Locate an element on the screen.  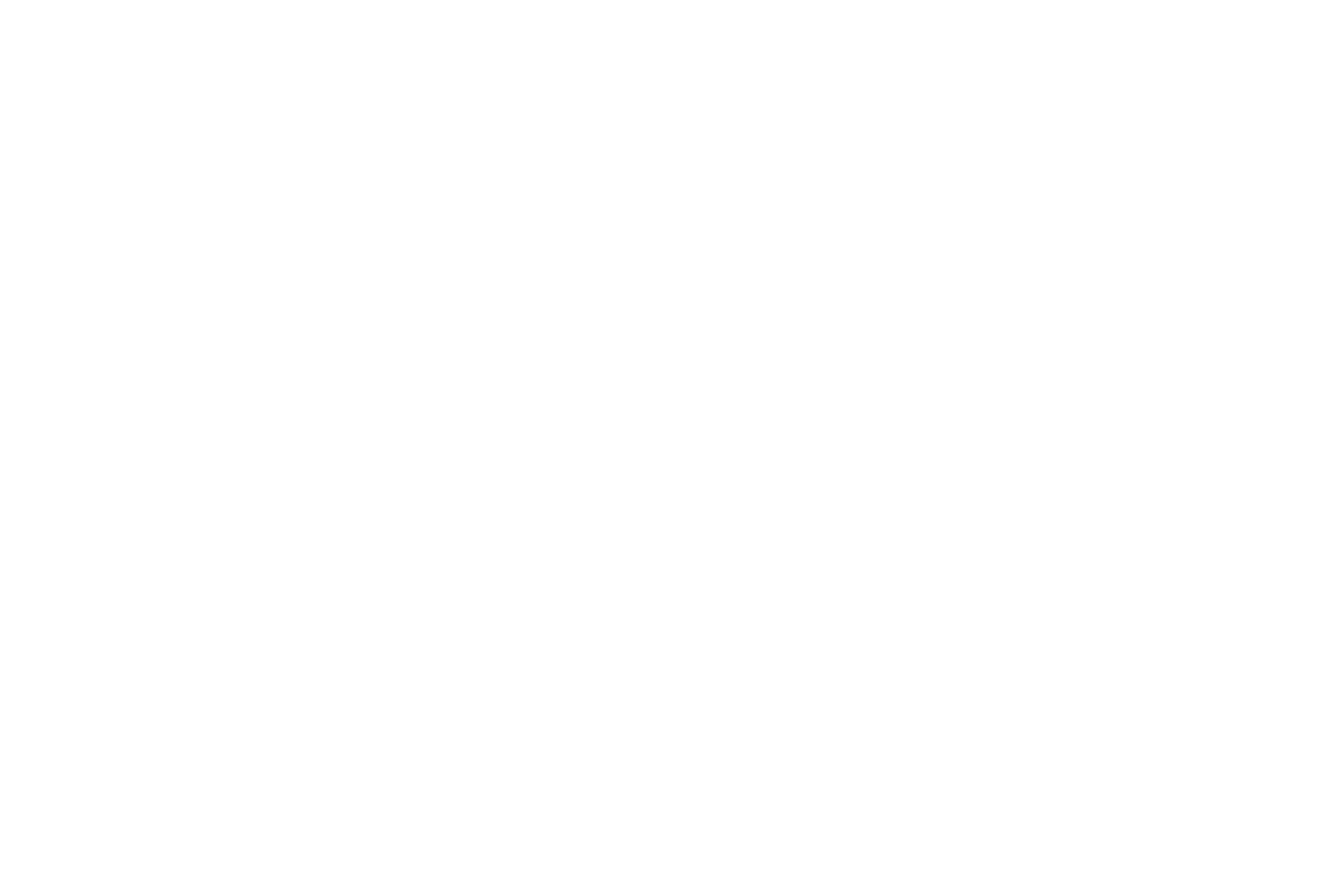
'Privacy Policy' is located at coordinates (639, 724).